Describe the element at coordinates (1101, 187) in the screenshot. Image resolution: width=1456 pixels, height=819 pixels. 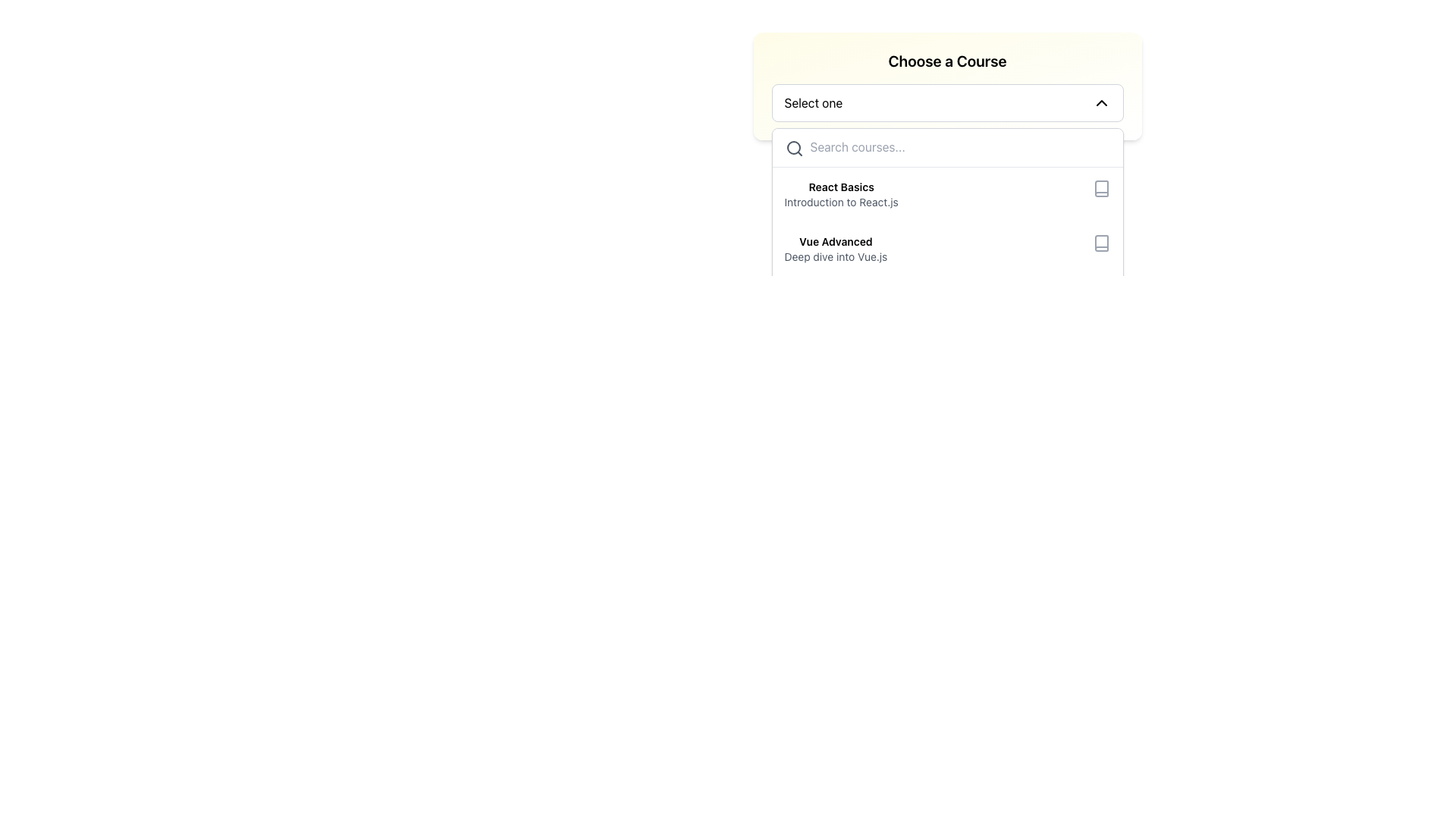
I see `the decorative icon located in the dropdown list, adjacent to the text labeled 'React Basics'` at that location.